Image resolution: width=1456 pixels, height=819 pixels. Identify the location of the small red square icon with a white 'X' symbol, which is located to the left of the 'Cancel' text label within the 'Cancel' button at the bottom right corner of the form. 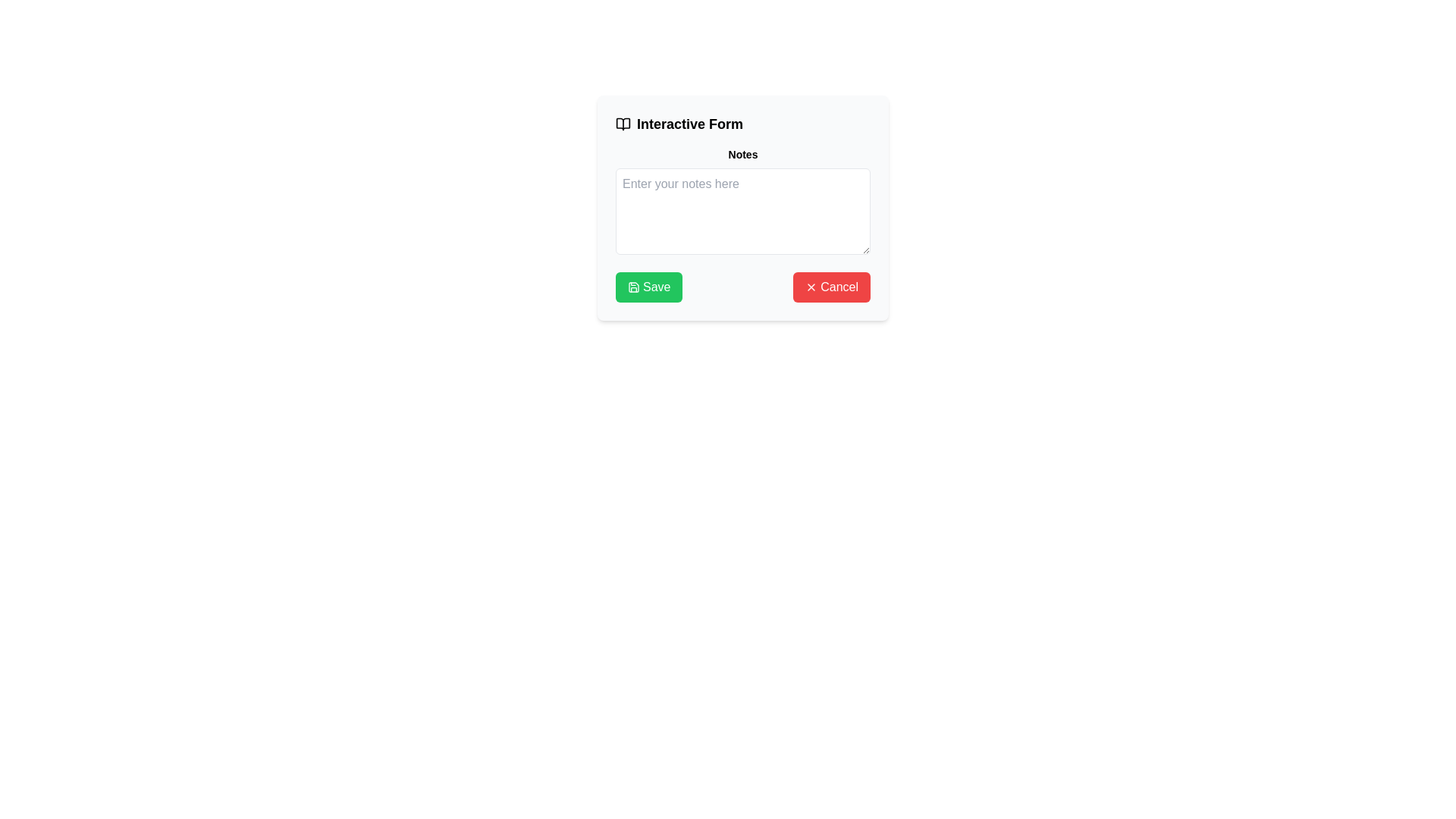
(811, 287).